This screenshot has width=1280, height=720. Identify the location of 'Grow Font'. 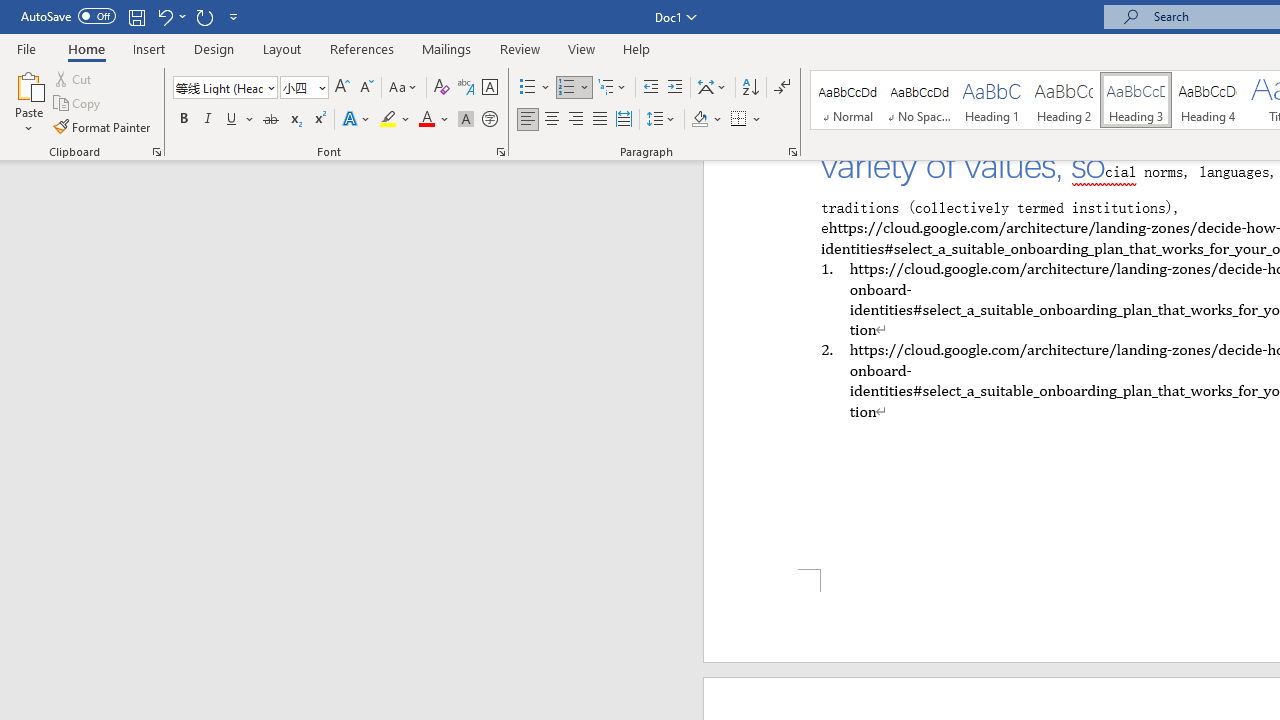
(342, 86).